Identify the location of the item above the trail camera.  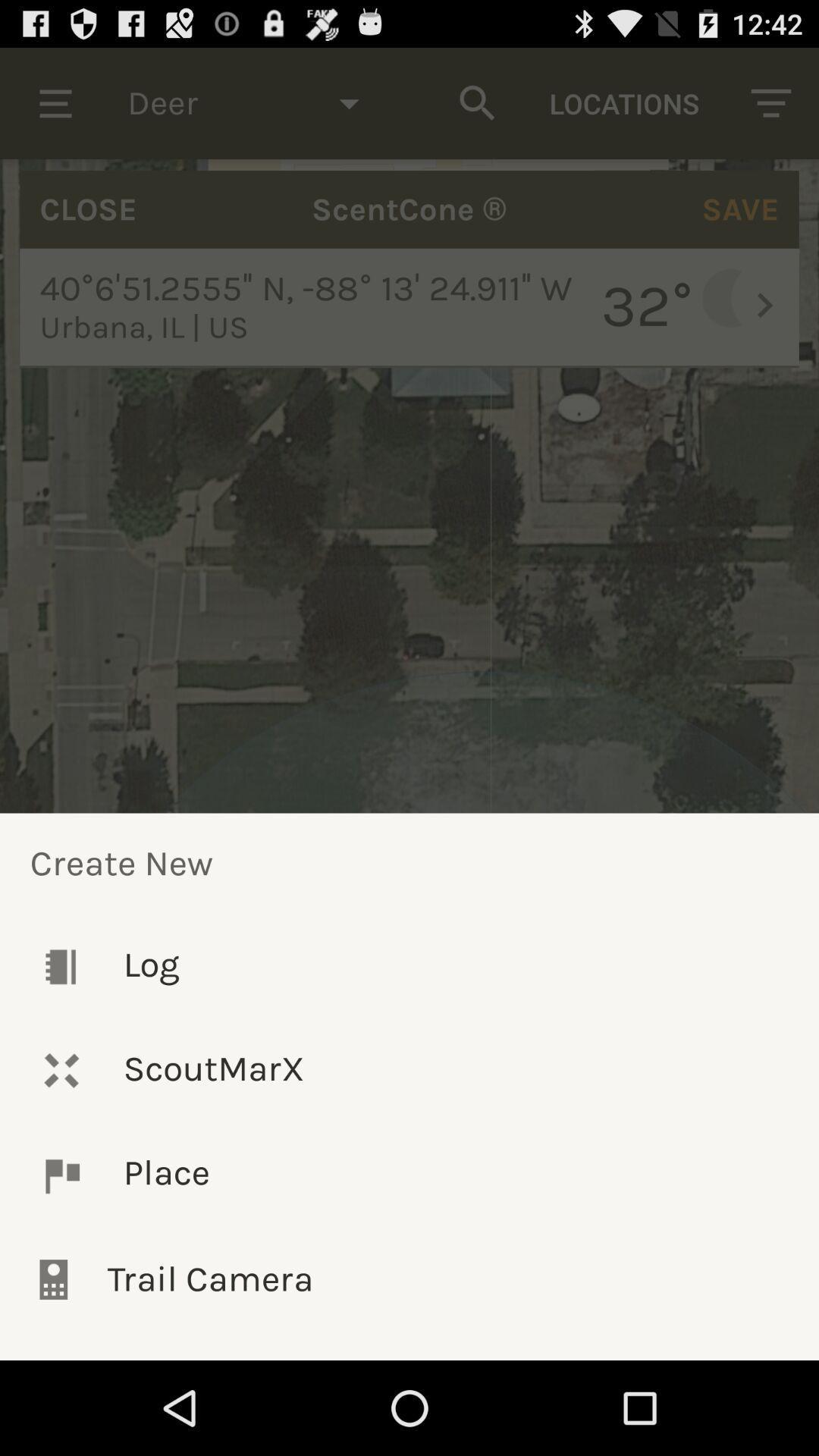
(409, 1175).